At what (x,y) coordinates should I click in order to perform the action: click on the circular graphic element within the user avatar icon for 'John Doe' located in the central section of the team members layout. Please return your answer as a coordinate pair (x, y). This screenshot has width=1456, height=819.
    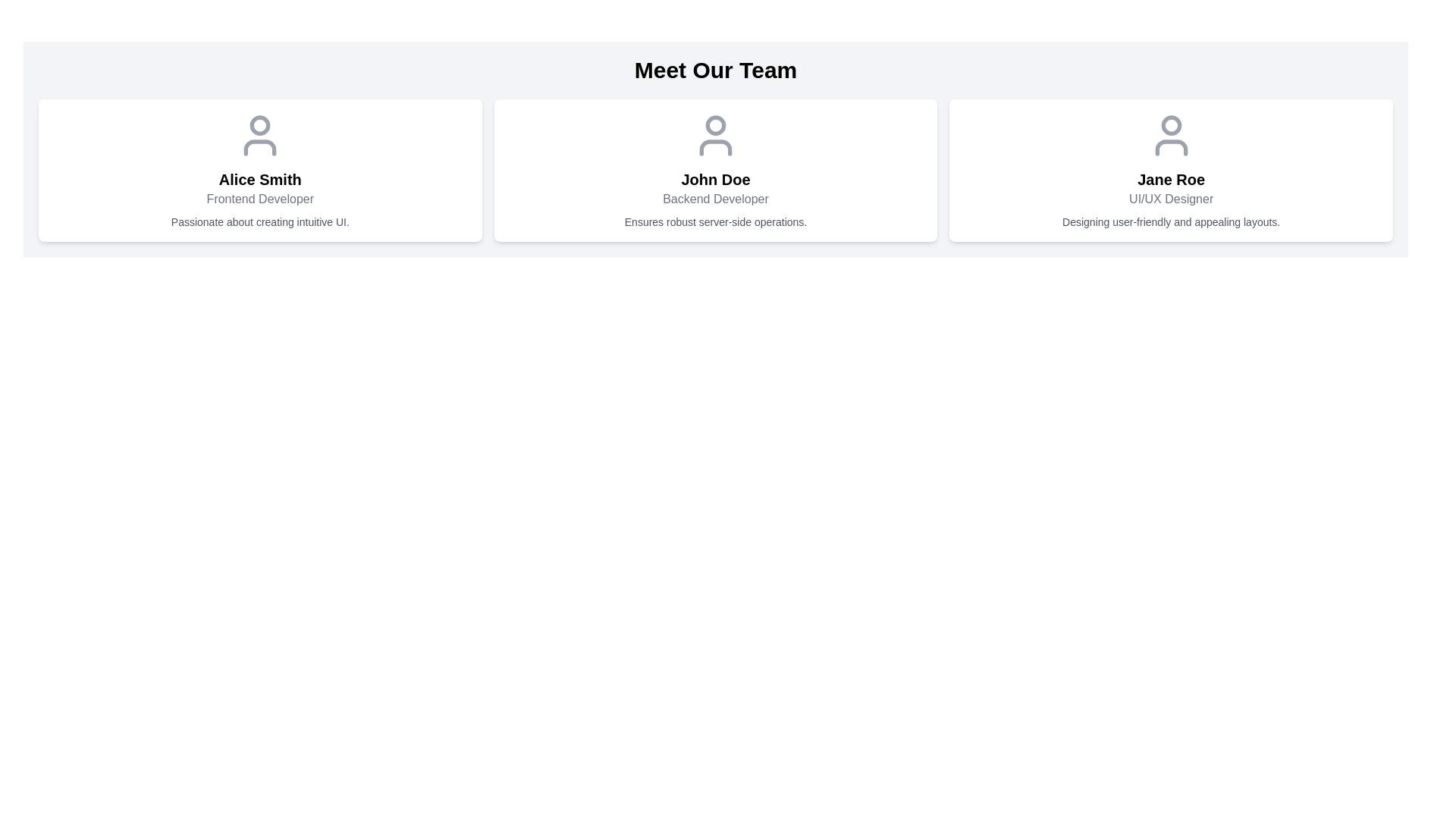
    Looking at the image, I should click on (715, 124).